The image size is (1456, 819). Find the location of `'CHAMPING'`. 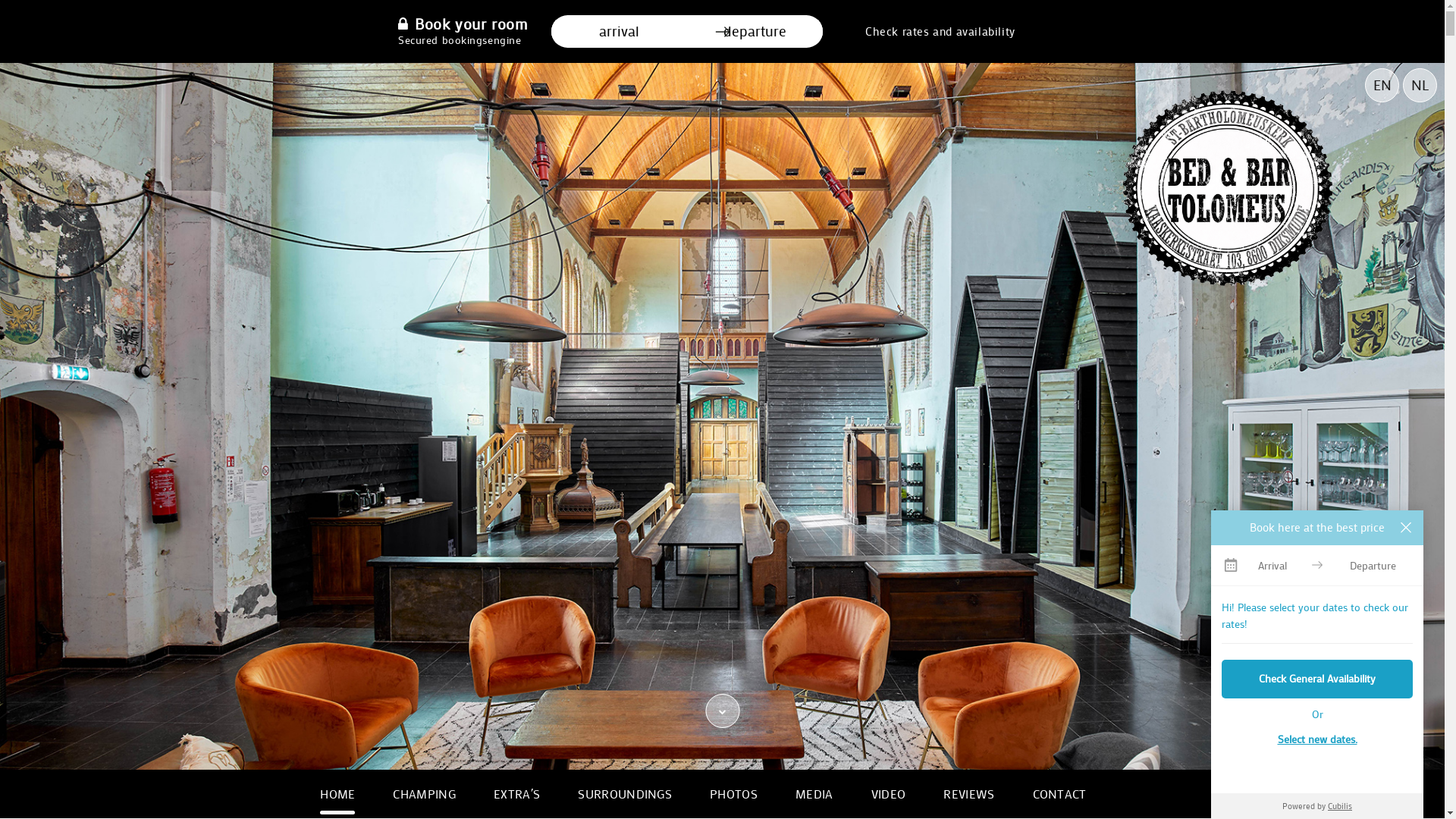

'CHAMPING' is located at coordinates (424, 792).